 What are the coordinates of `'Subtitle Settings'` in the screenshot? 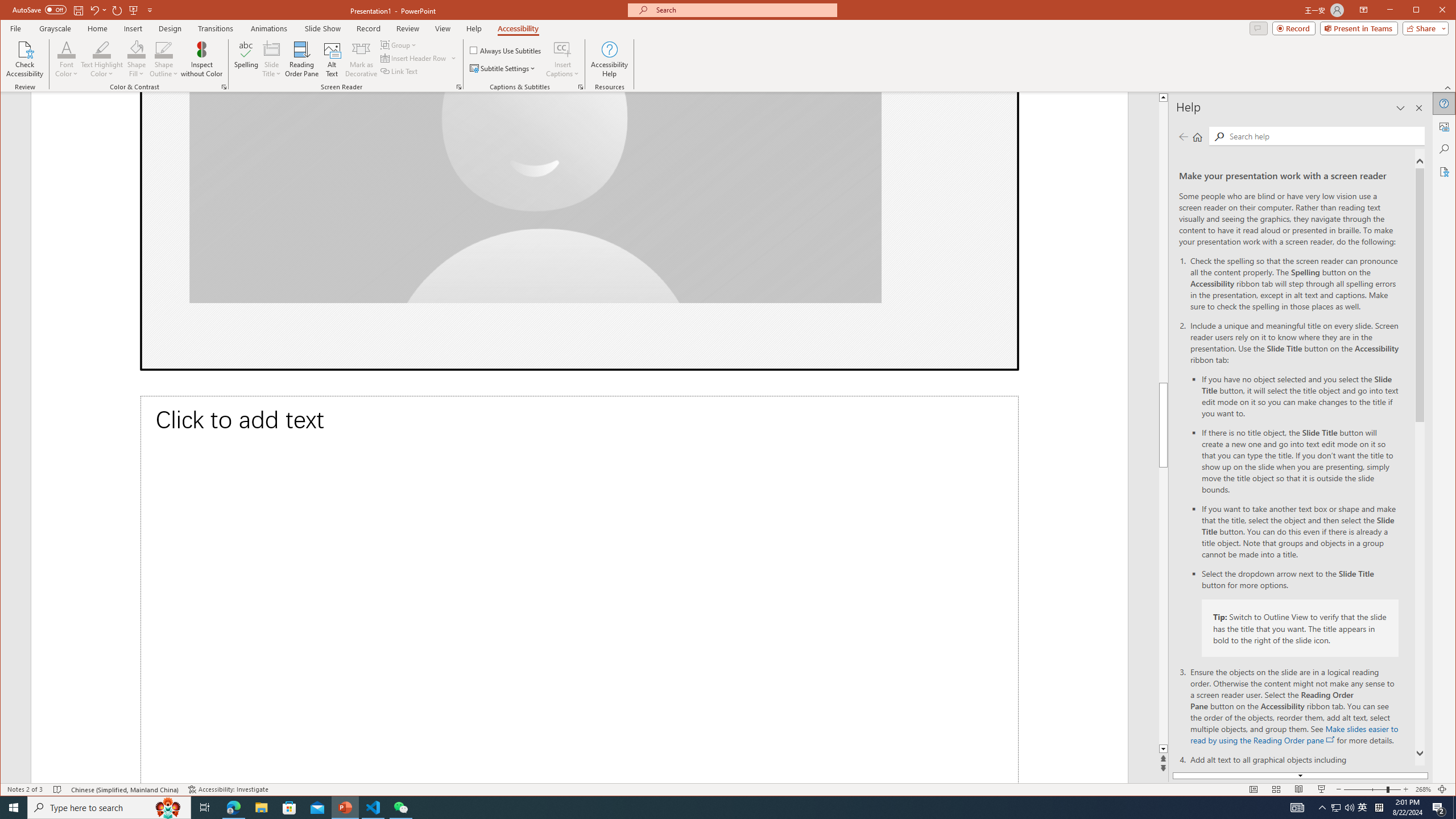 It's located at (503, 68).